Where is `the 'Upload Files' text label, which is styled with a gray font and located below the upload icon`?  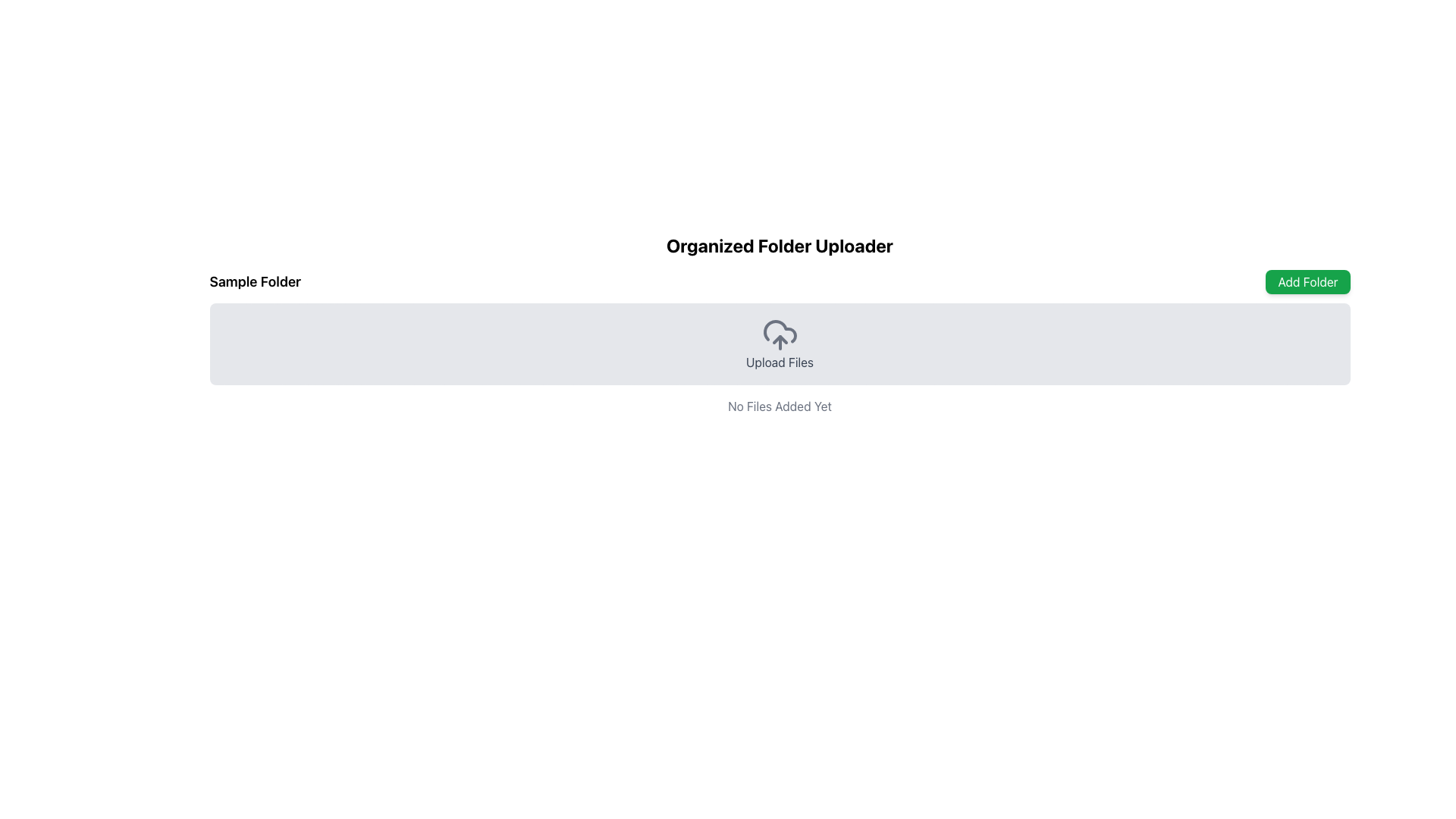
the 'Upload Files' text label, which is styled with a gray font and located below the upload icon is located at coordinates (780, 362).